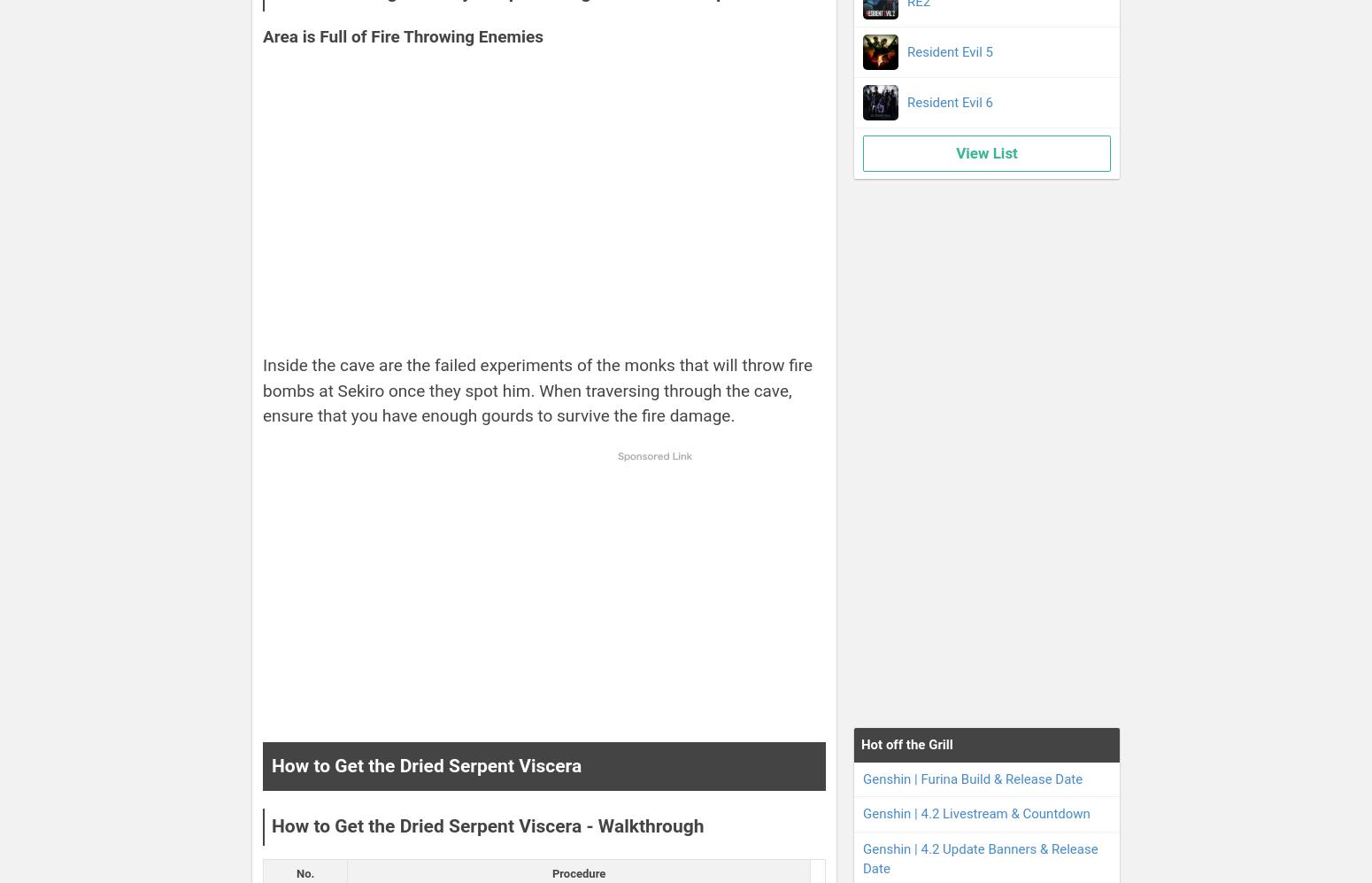  What do you see at coordinates (971, 777) in the screenshot?
I see `'Genshin | Furina Build & Release Date'` at bounding box center [971, 777].